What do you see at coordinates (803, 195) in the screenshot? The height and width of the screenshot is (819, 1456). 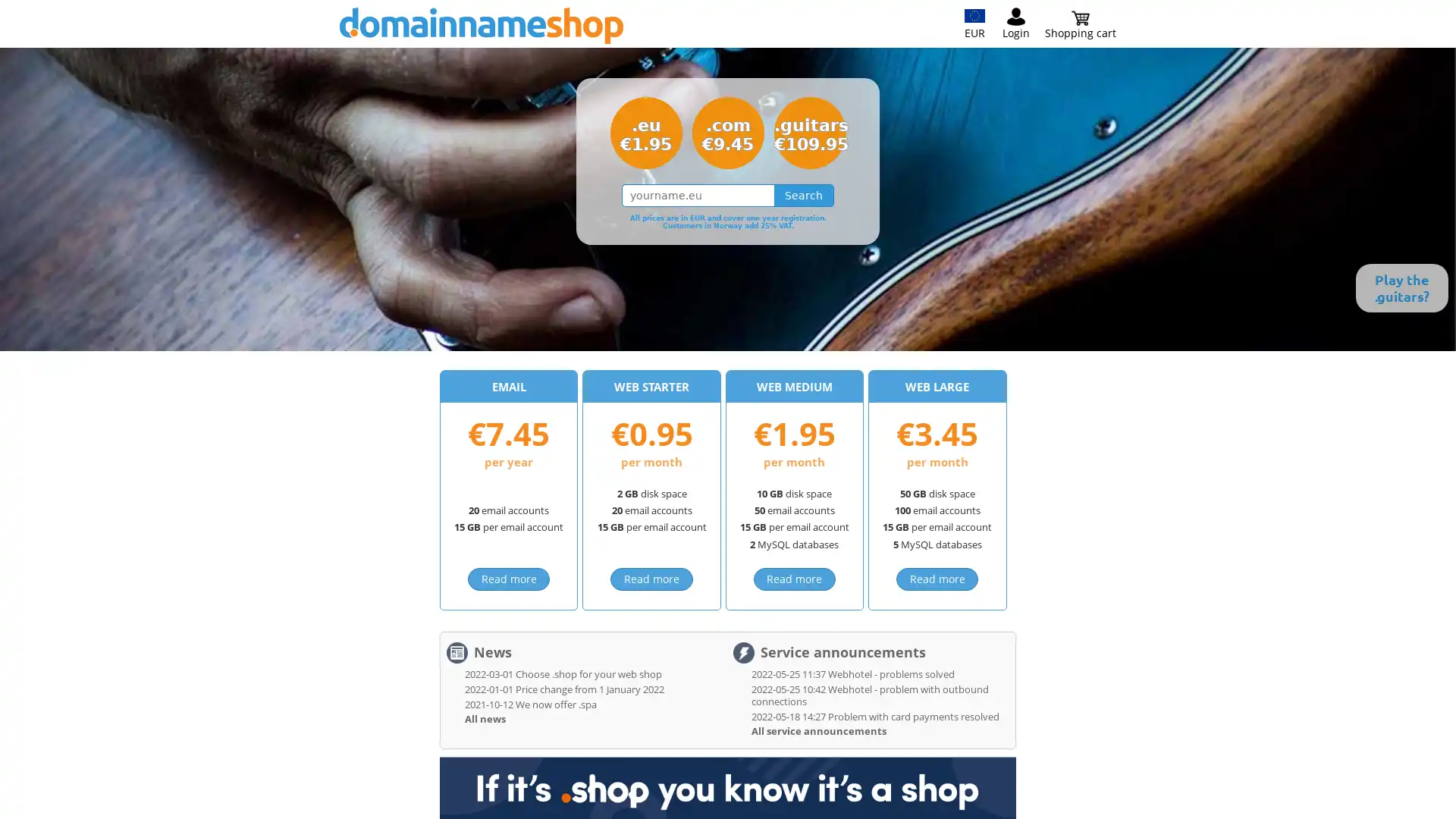 I see `Search` at bounding box center [803, 195].